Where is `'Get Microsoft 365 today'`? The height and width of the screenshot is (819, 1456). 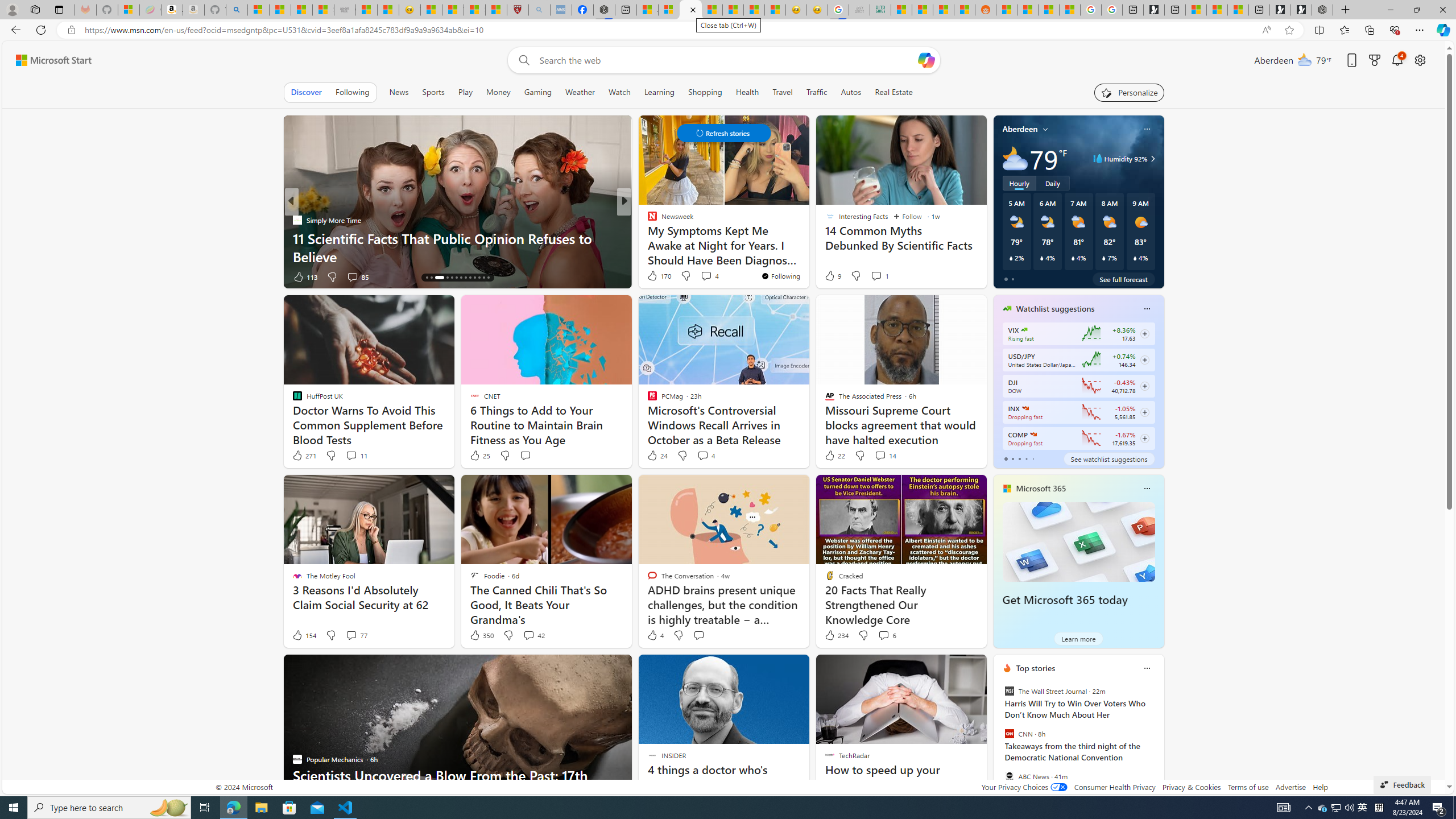 'Get Microsoft 365 today' is located at coordinates (1064, 599).